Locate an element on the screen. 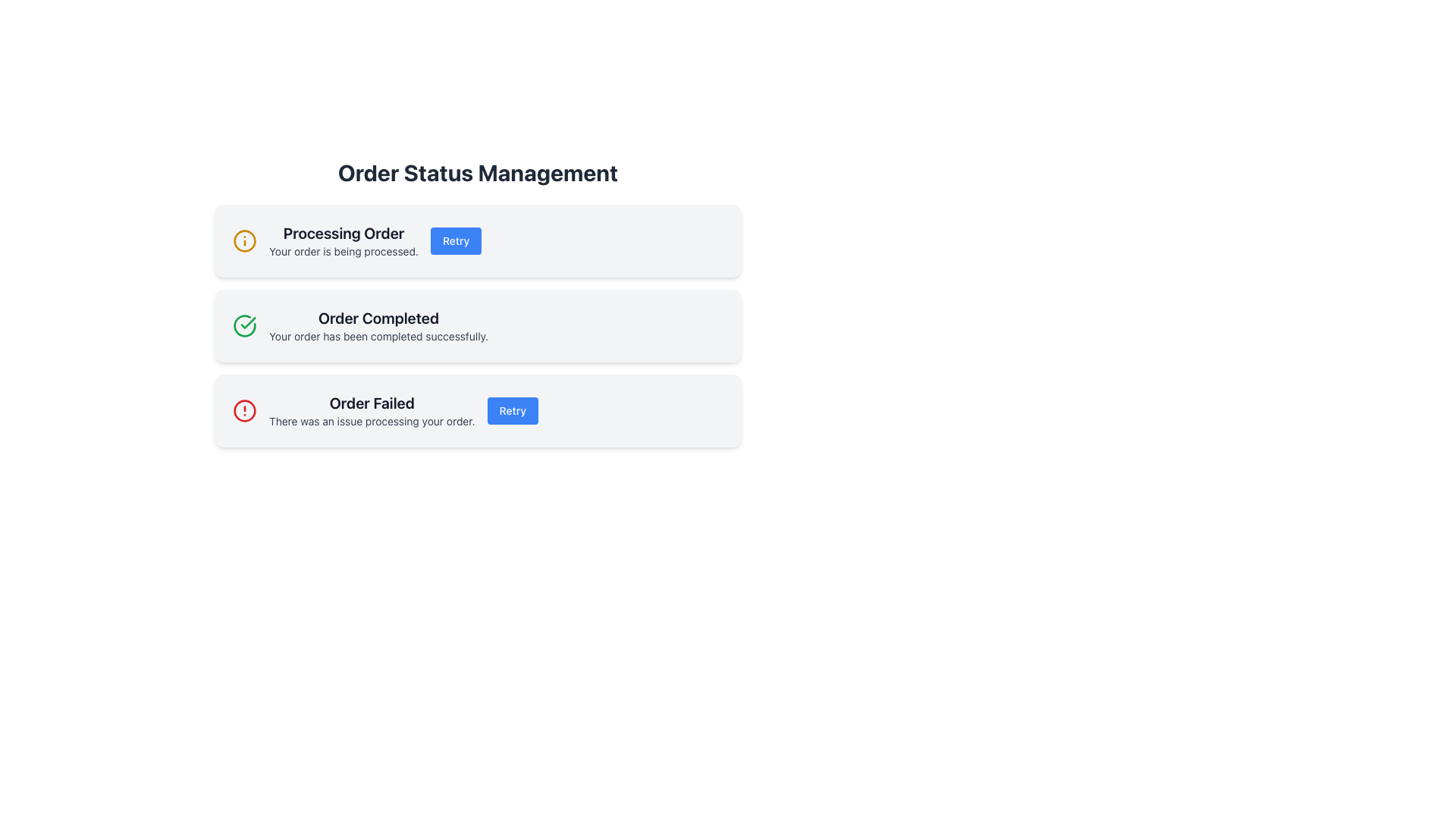 The height and width of the screenshot is (819, 1456). static text message 'There was an issue processing your order.' which is styled in a small, gray font and located below the 'Order Failed' header is located at coordinates (372, 421).